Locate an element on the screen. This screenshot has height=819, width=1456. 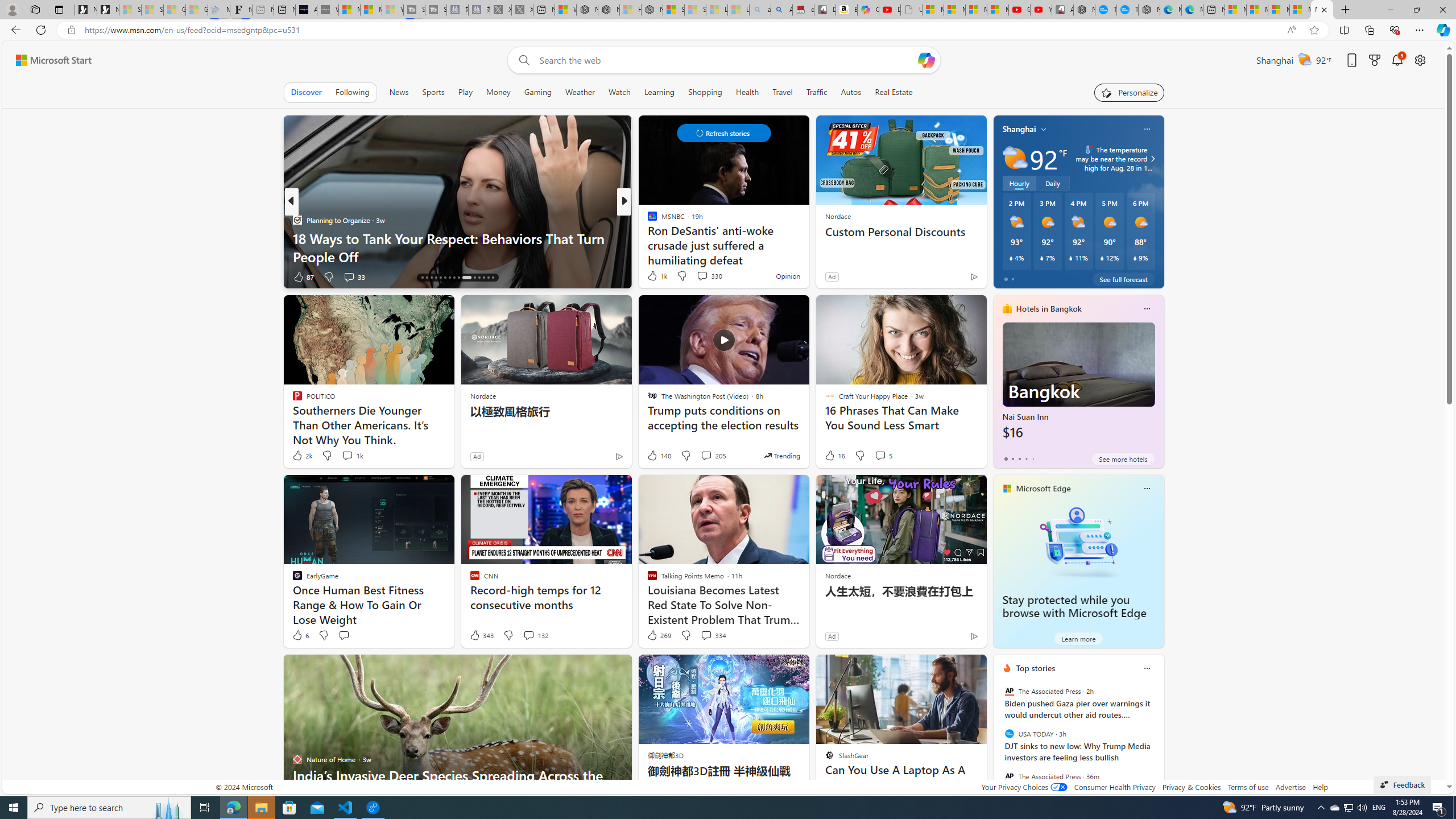
'Workspaces' is located at coordinates (35, 9).